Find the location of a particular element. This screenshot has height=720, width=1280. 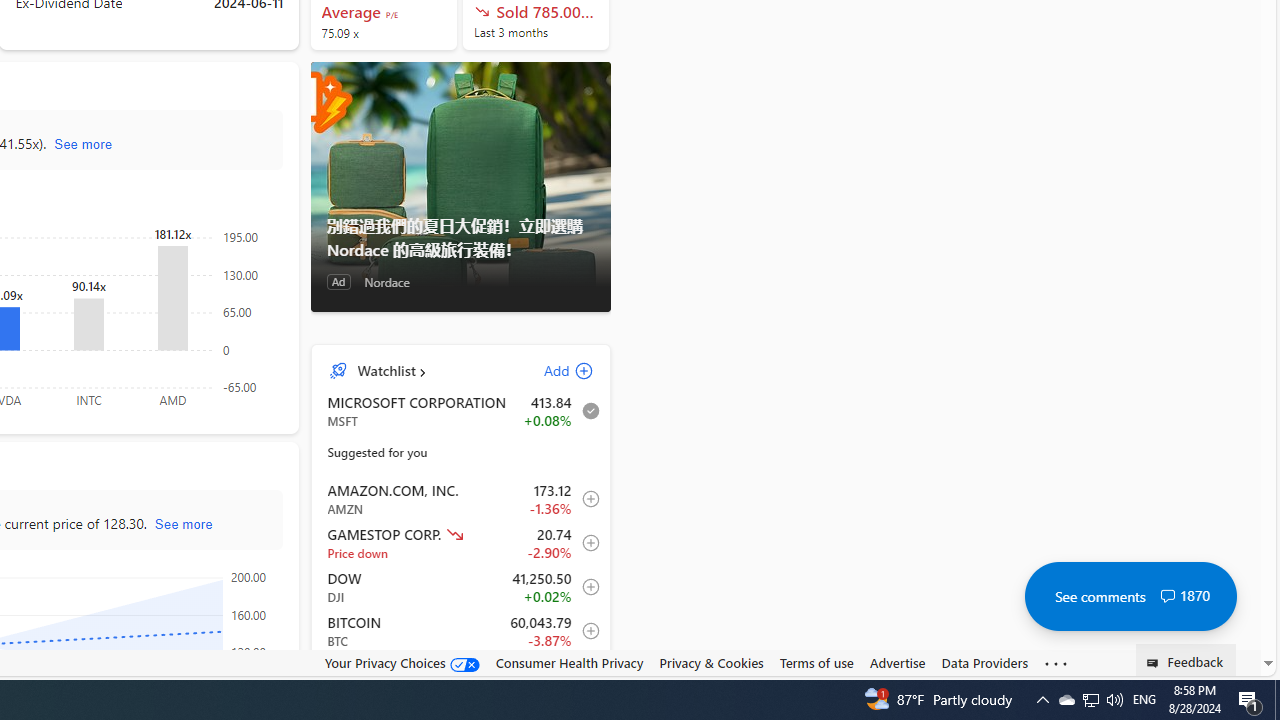

'GME GAMESTOP CORP. decrease 20.74 -0.62 -2.90% item1' is located at coordinates (460, 543).